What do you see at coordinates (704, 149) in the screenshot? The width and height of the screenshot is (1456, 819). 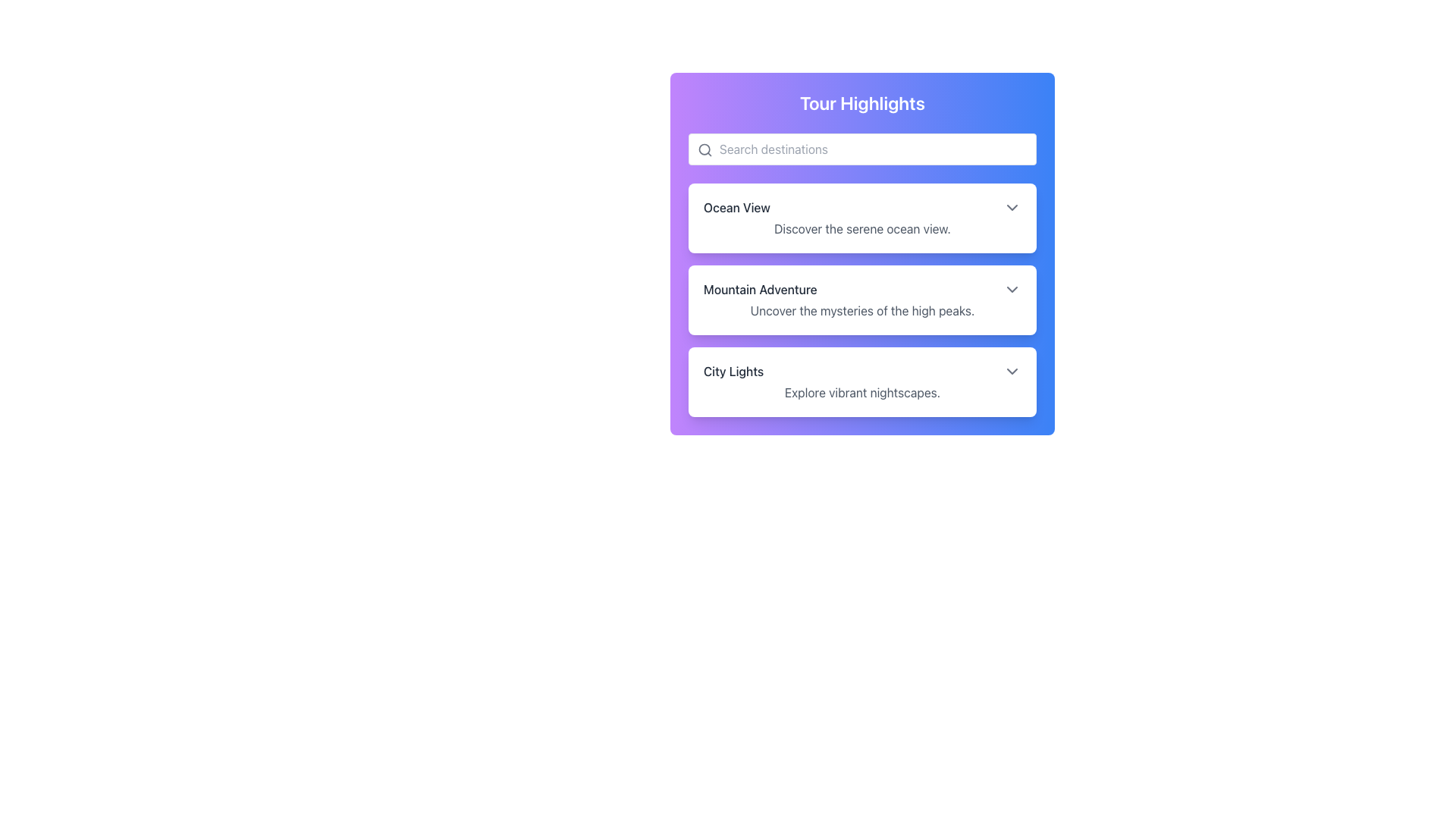 I see `the magnifying glass icon located on the left side of the 'Search destinations' input field` at bounding box center [704, 149].